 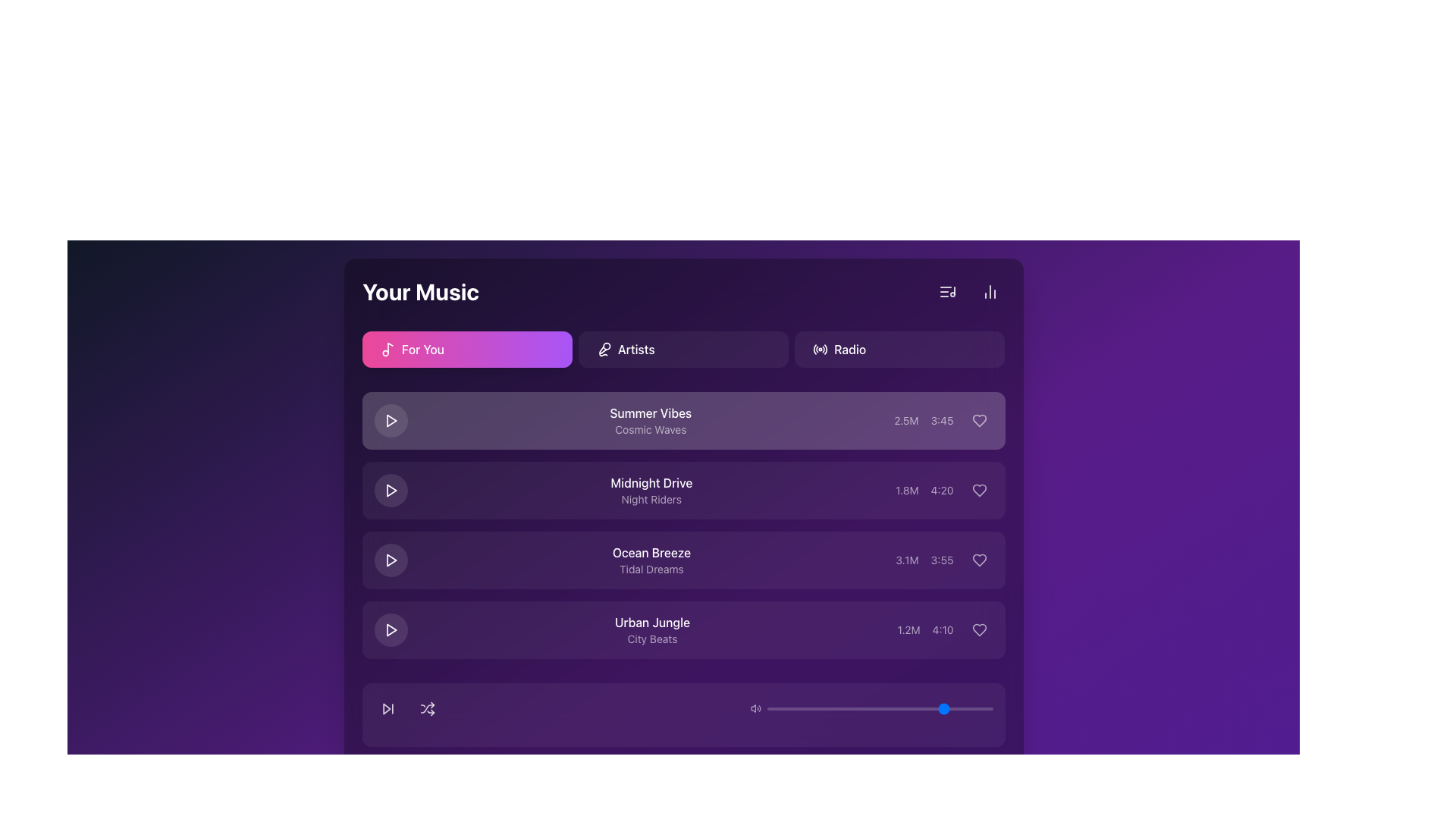 What do you see at coordinates (979, 491) in the screenshot?
I see `the heart-shaped icon in the third row of the music list for the 'Midnight Drive' track` at bounding box center [979, 491].